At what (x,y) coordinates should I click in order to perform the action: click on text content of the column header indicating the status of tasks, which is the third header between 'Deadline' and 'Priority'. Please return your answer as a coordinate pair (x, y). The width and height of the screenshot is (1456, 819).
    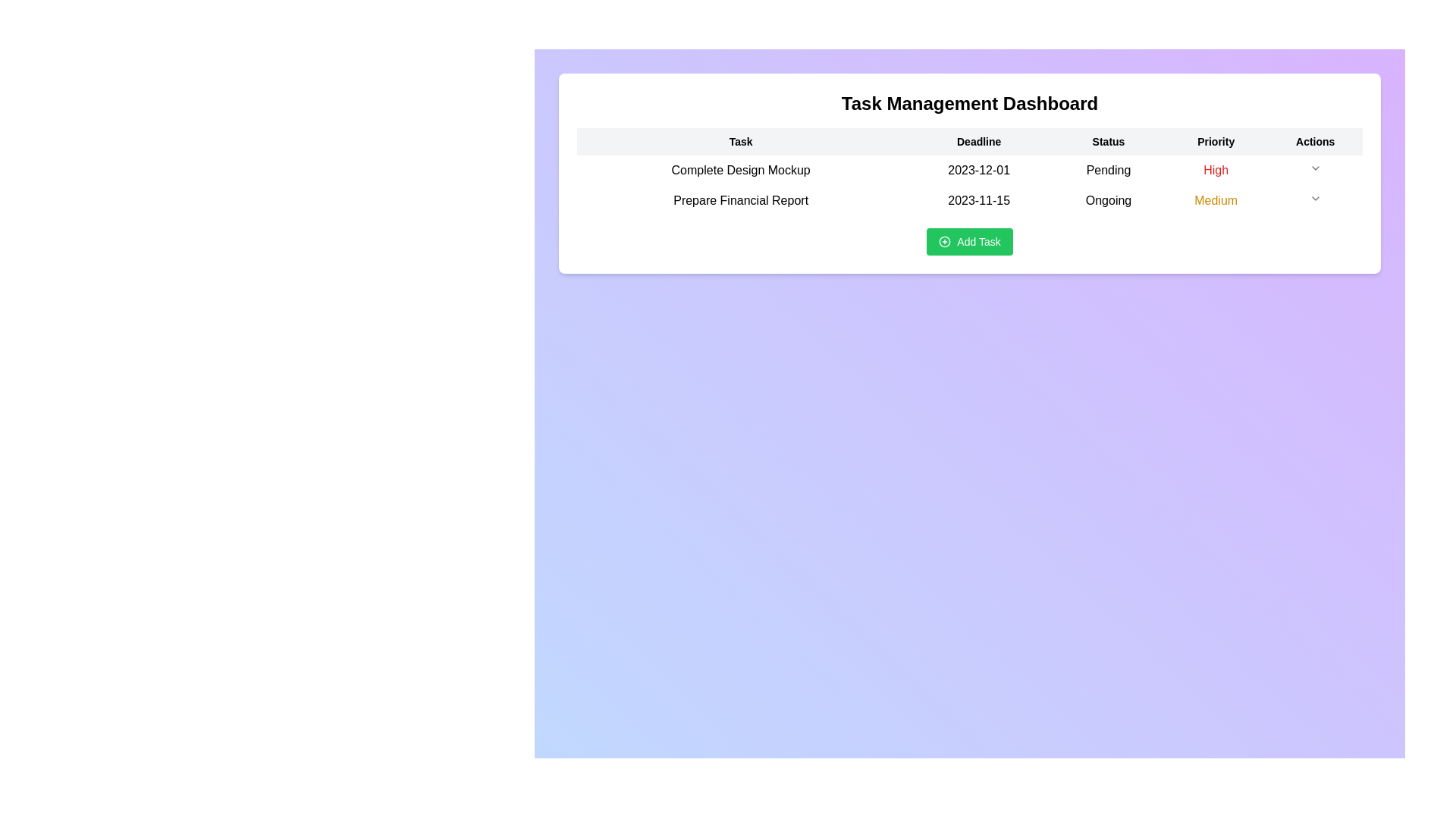
    Looking at the image, I should click on (1109, 141).